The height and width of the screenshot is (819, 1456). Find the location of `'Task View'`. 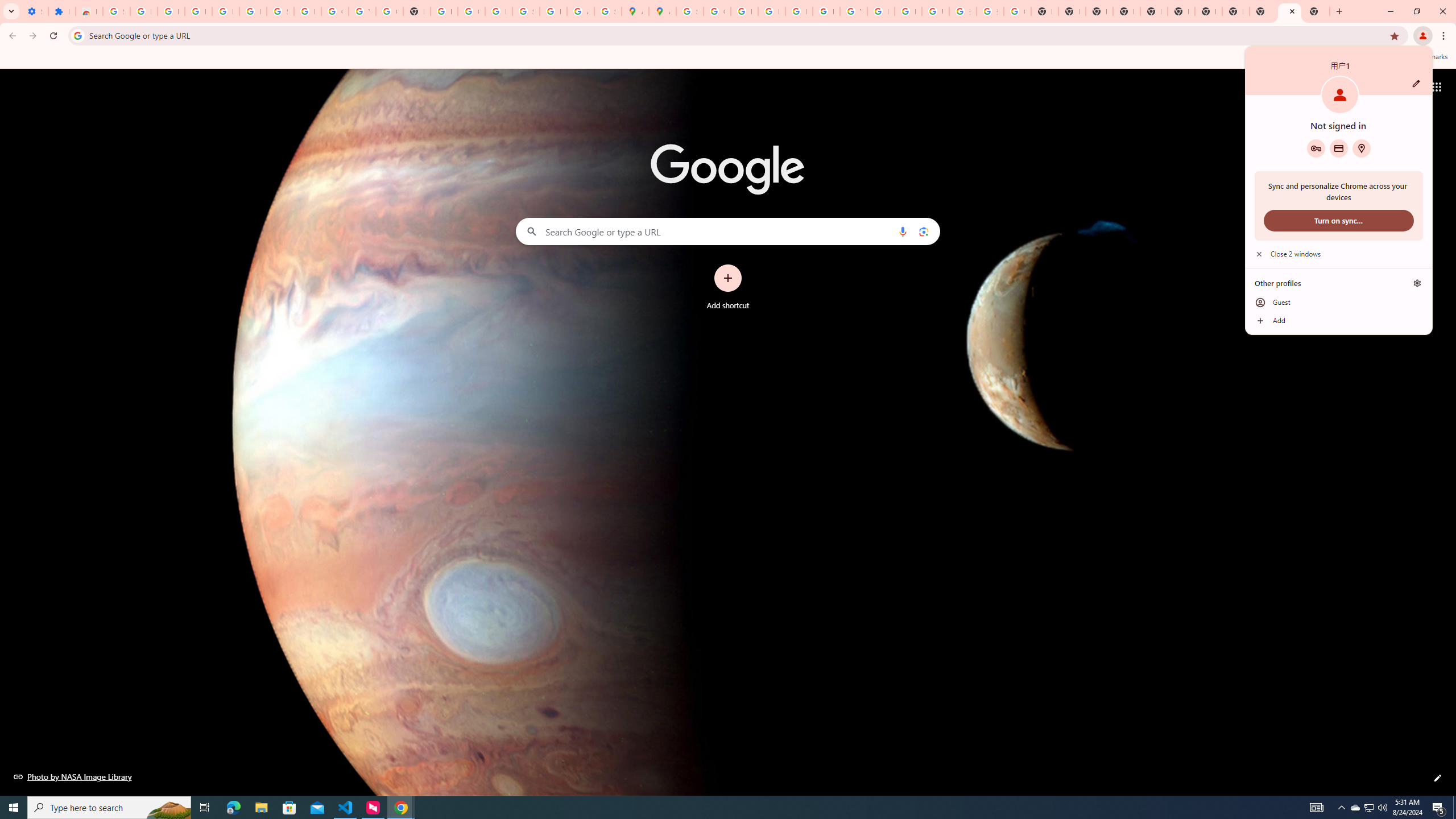

'Task View' is located at coordinates (204, 806).